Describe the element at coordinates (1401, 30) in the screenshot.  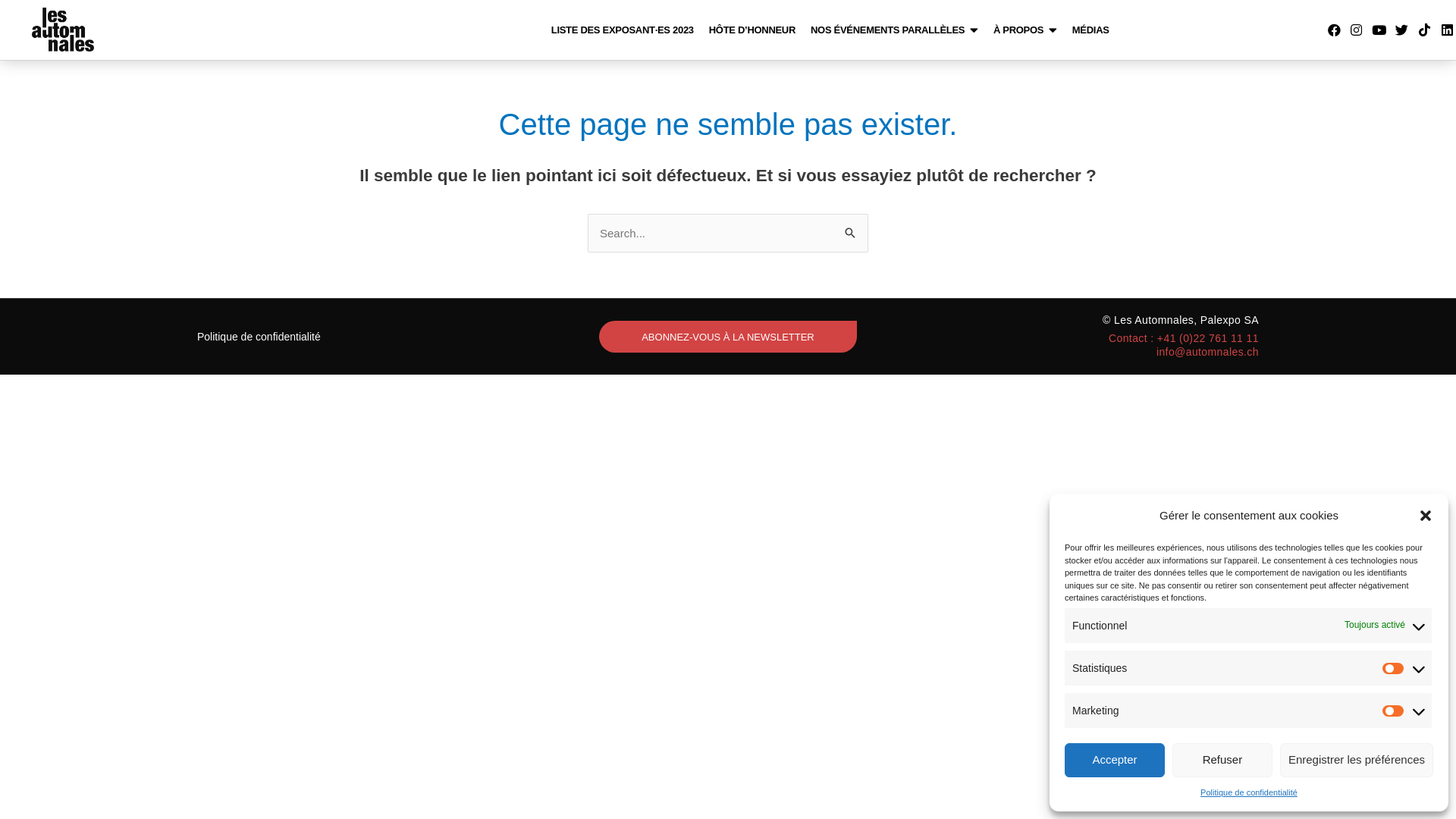
I see `'Twitter'` at that location.